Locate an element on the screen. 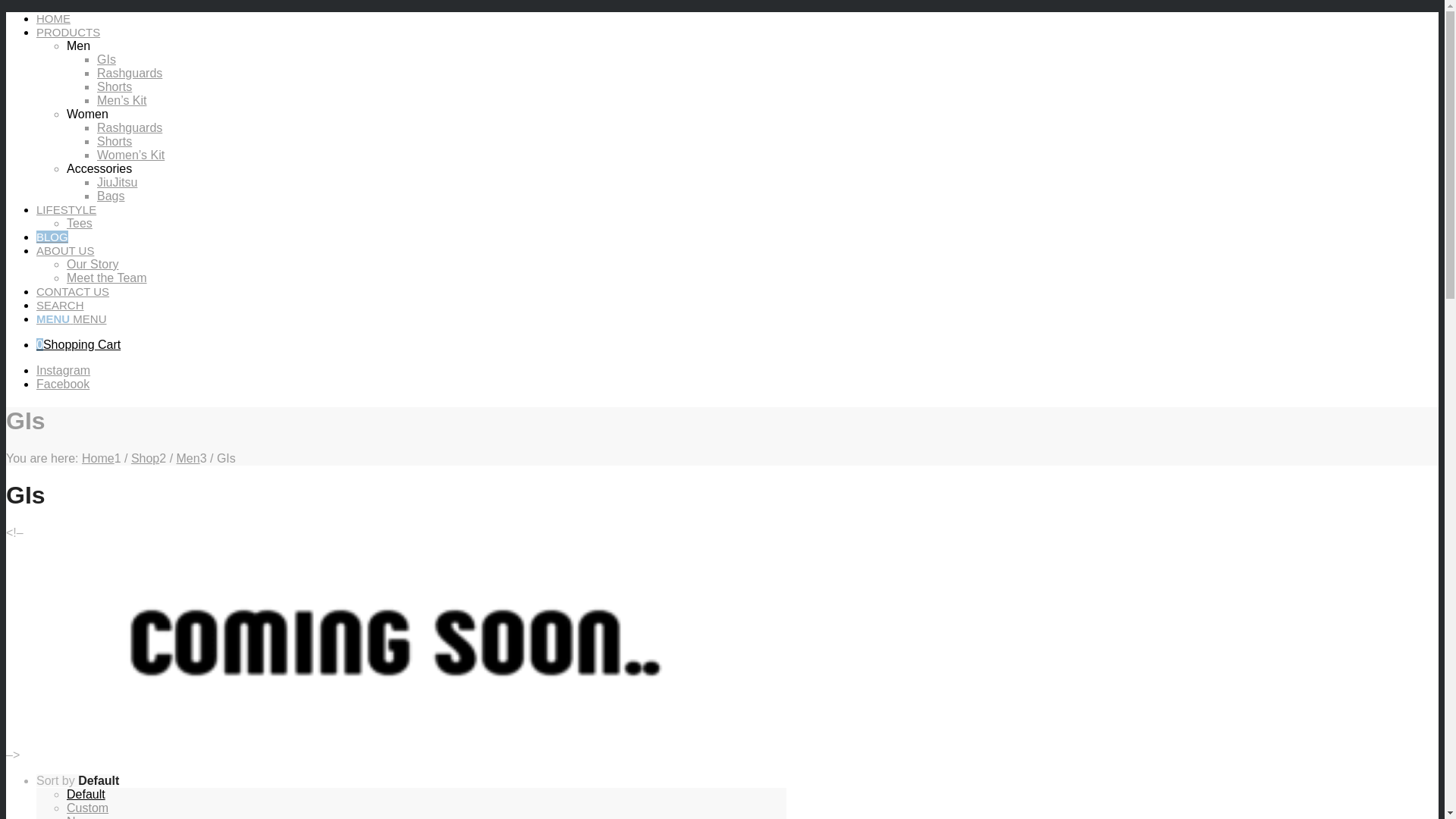 The height and width of the screenshot is (819, 1456). '0Shopping Cart' is located at coordinates (77, 344).